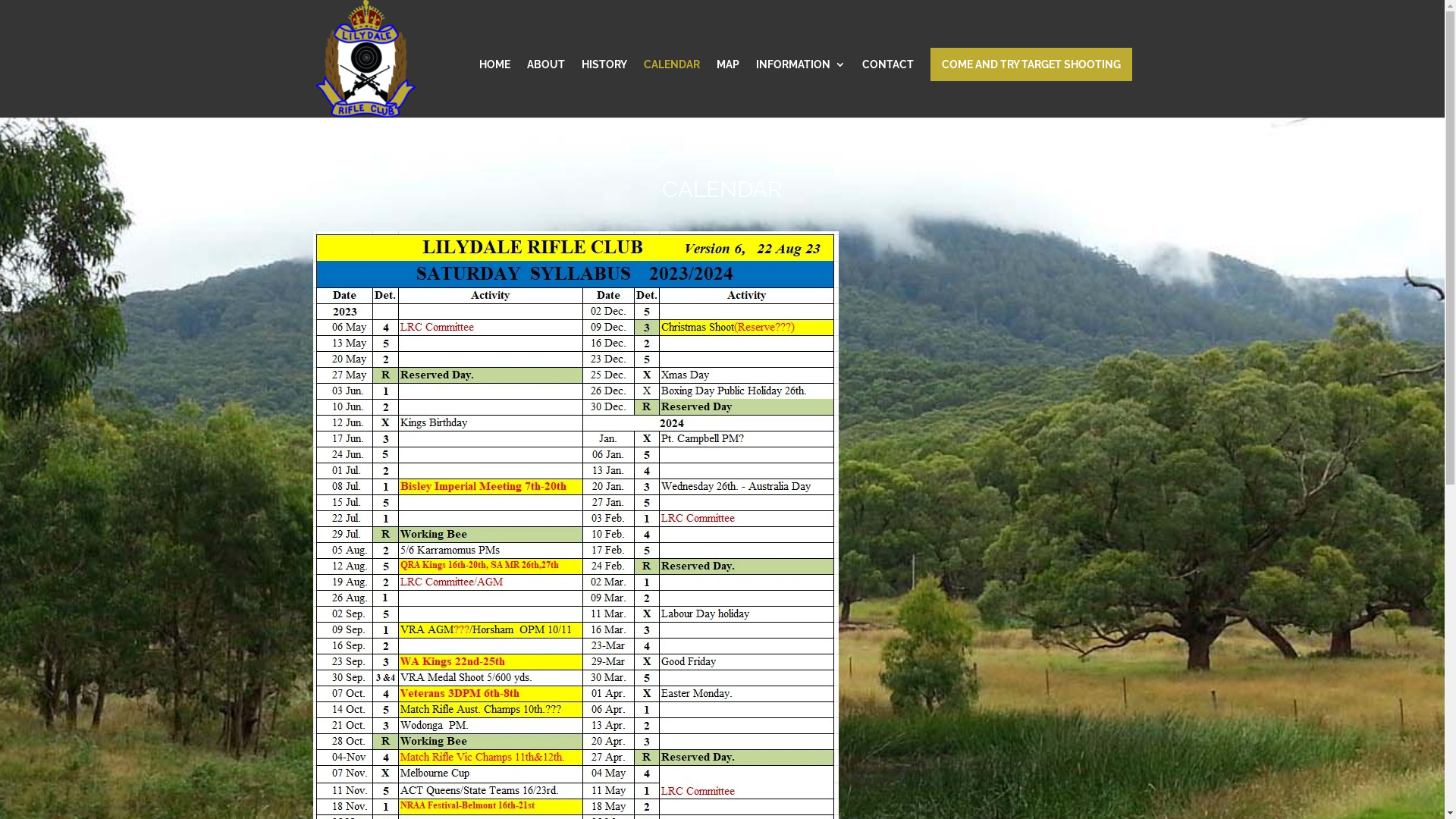  I want to click on 'MAP', so click(726, 88).